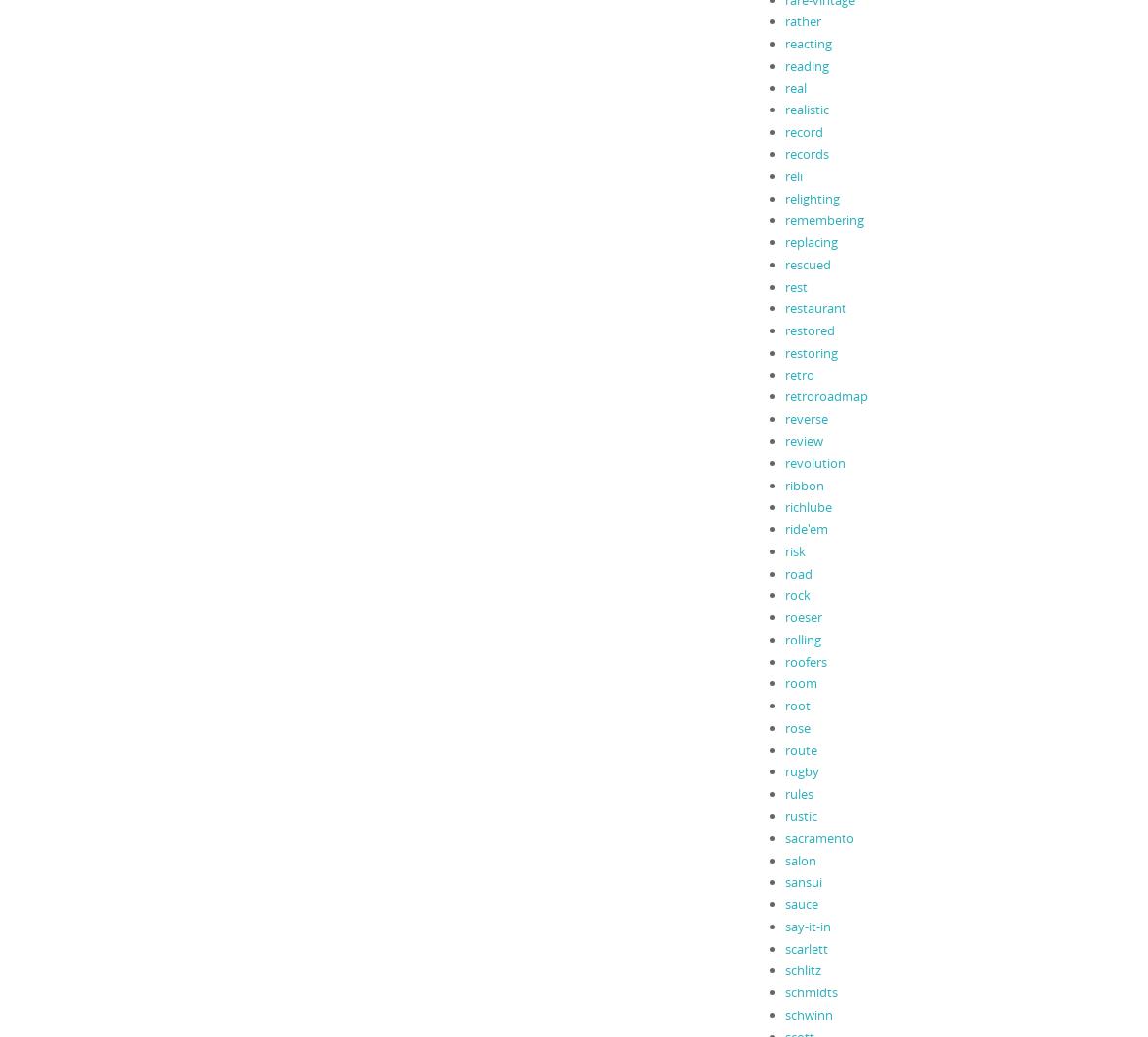 This screenshot has height=1037, width=1148. Describe the element at coordinates (800, 903) in the screenshot. I see `'sauce'` at that location.